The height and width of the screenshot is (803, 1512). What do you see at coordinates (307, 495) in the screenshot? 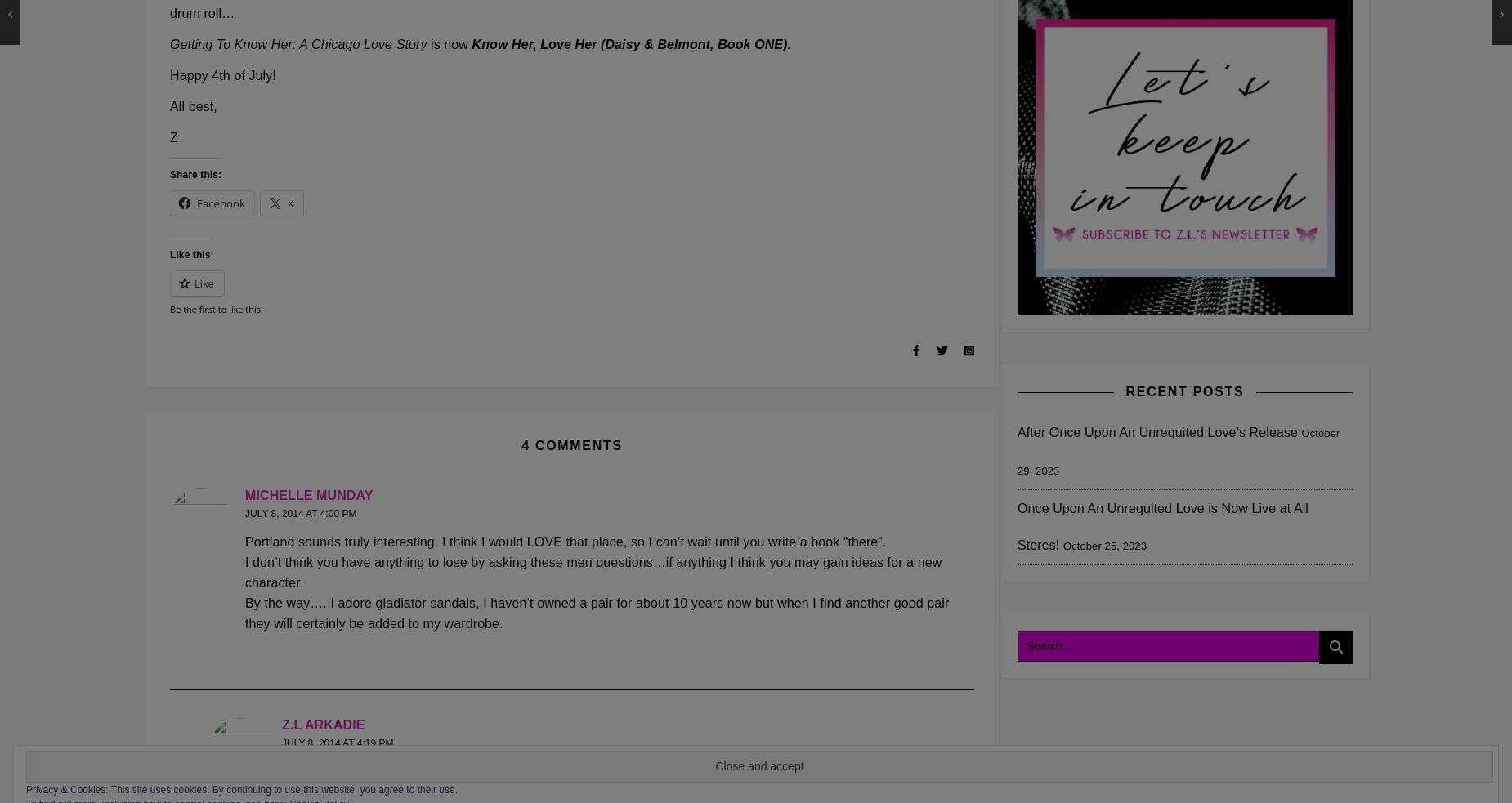
I see `'Michelle Munday'` at bounding box center [307, 495].